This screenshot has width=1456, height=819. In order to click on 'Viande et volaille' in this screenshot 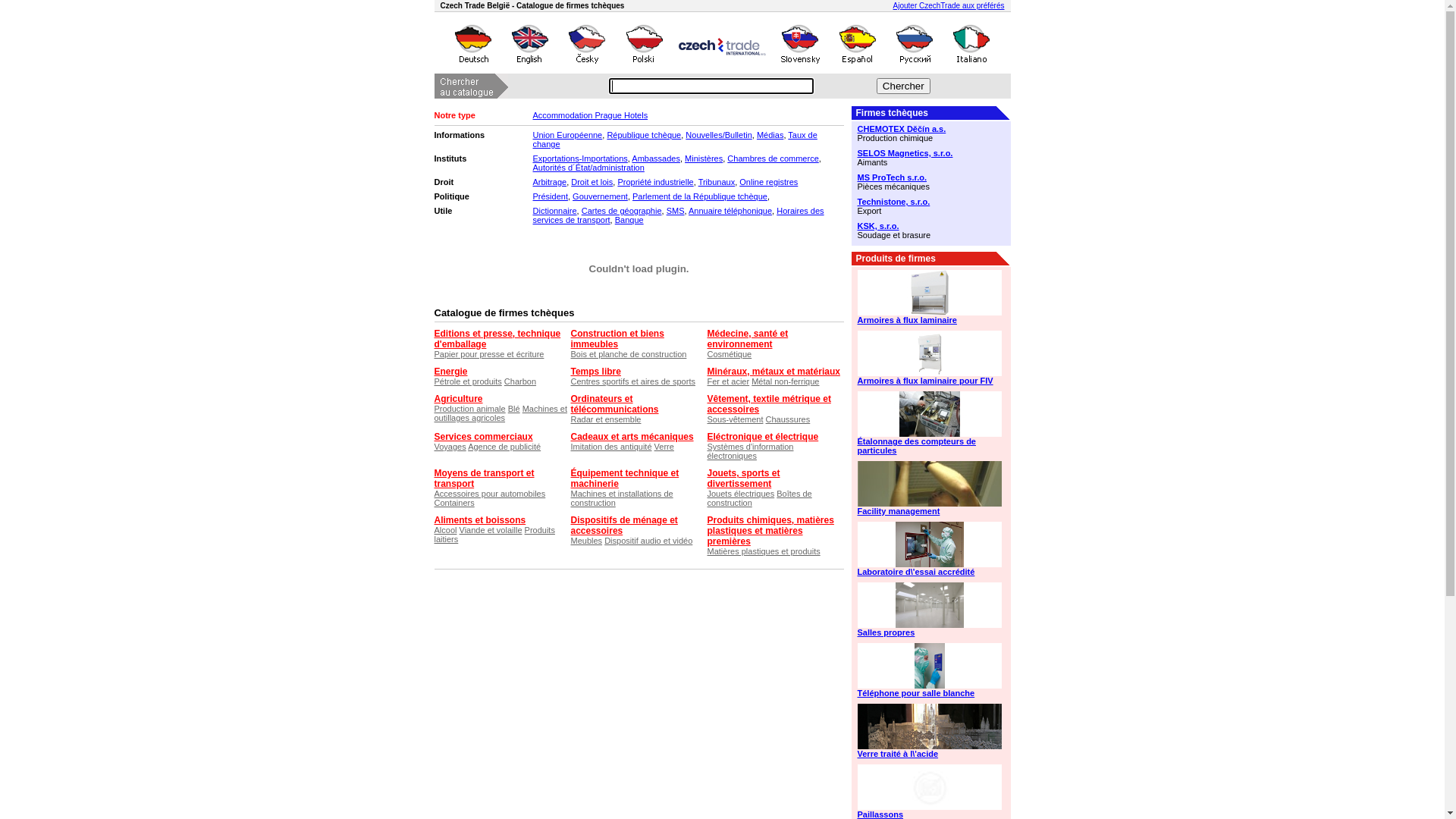, I will do `click(458, 529)`.